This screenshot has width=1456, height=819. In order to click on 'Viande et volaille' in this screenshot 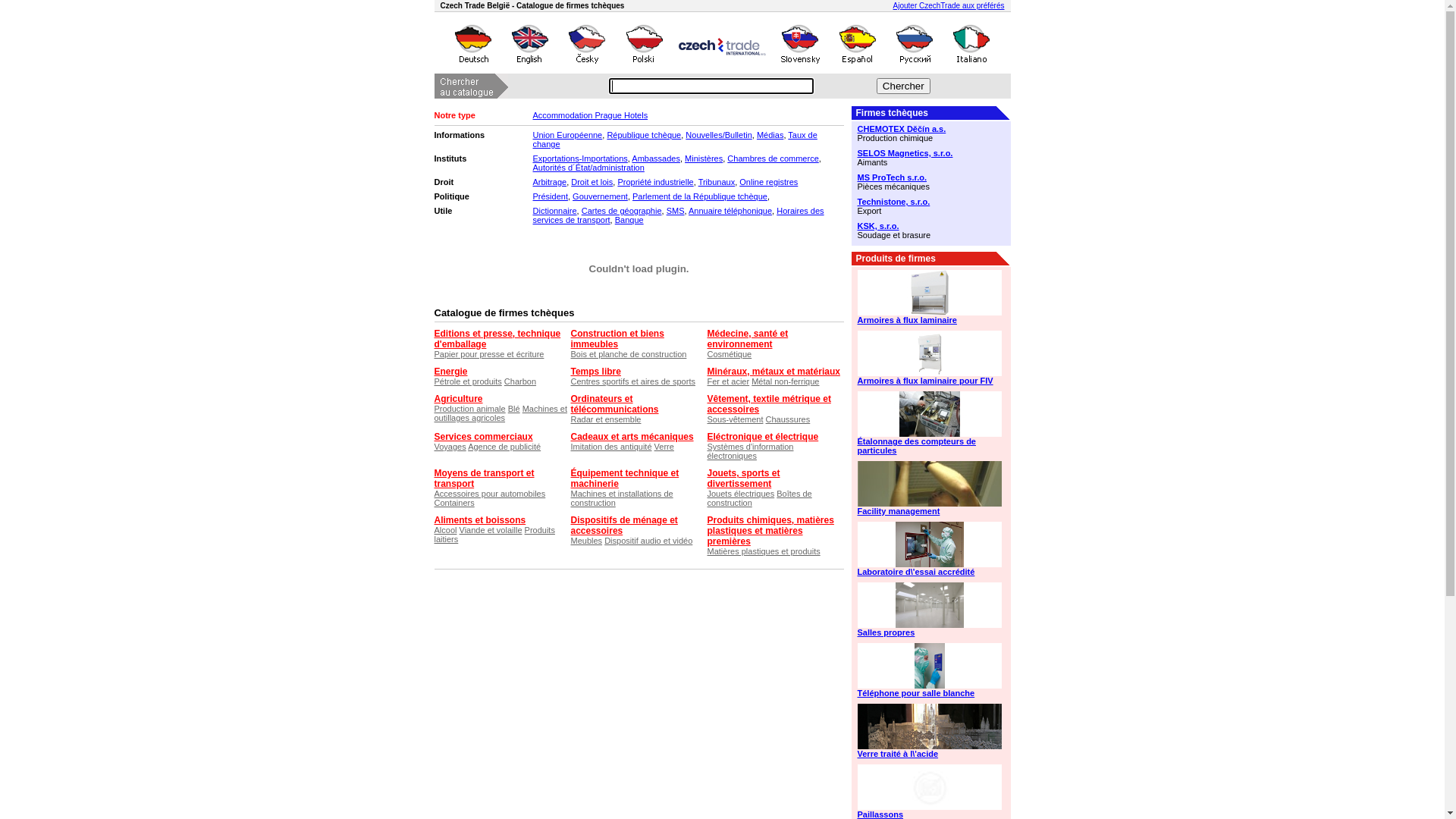, I will do `click(458, 529)`.